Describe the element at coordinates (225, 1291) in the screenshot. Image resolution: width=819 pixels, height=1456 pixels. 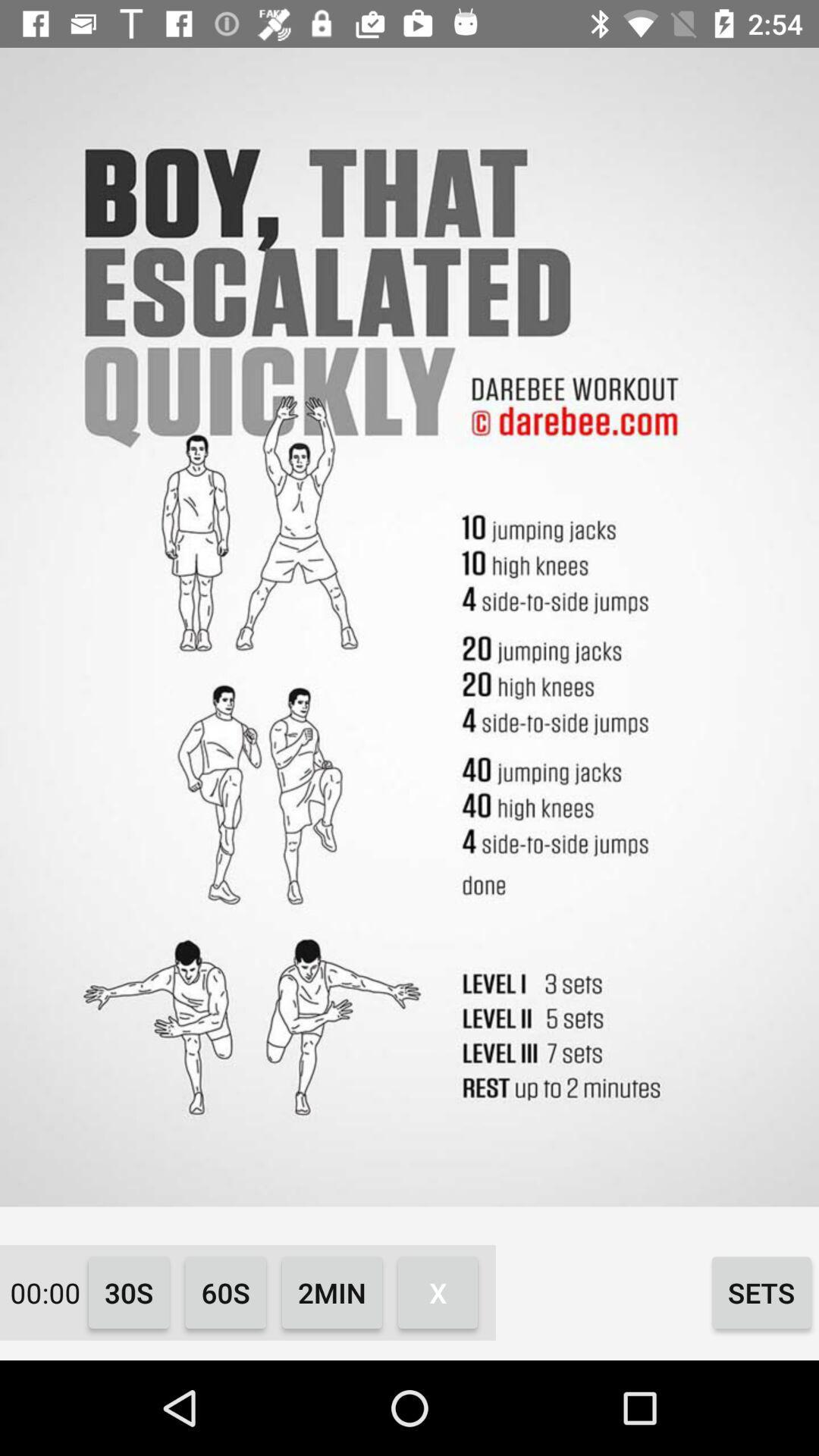
I see `the 60s icon` at that location.